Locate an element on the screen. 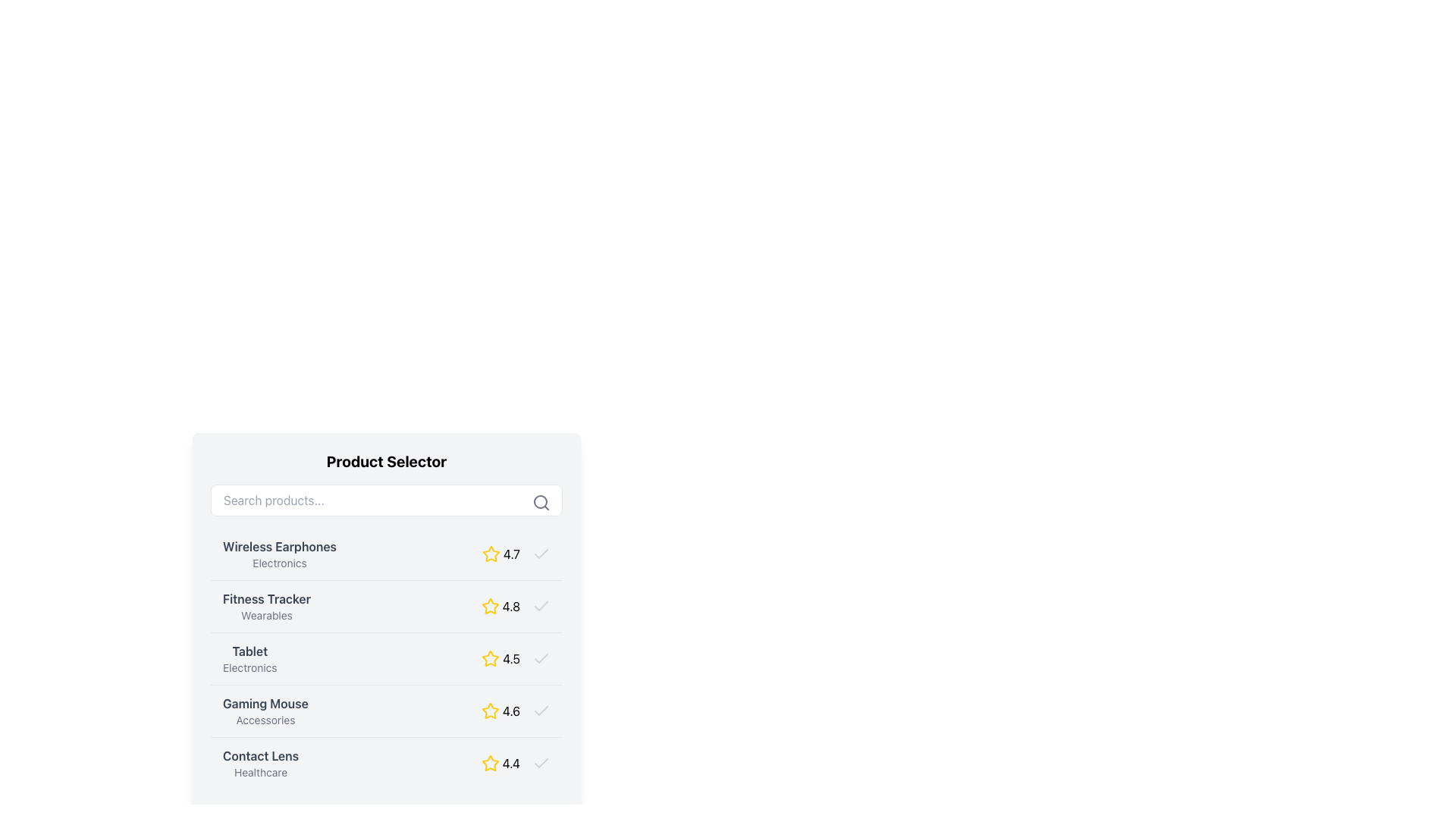  the text label displaying 'Gaming Mouse' and 'Accessories', which is centrally positioned beneath the 'Tablet' item and above the 'Contact Lens' item is located at coordinates (265, 711).